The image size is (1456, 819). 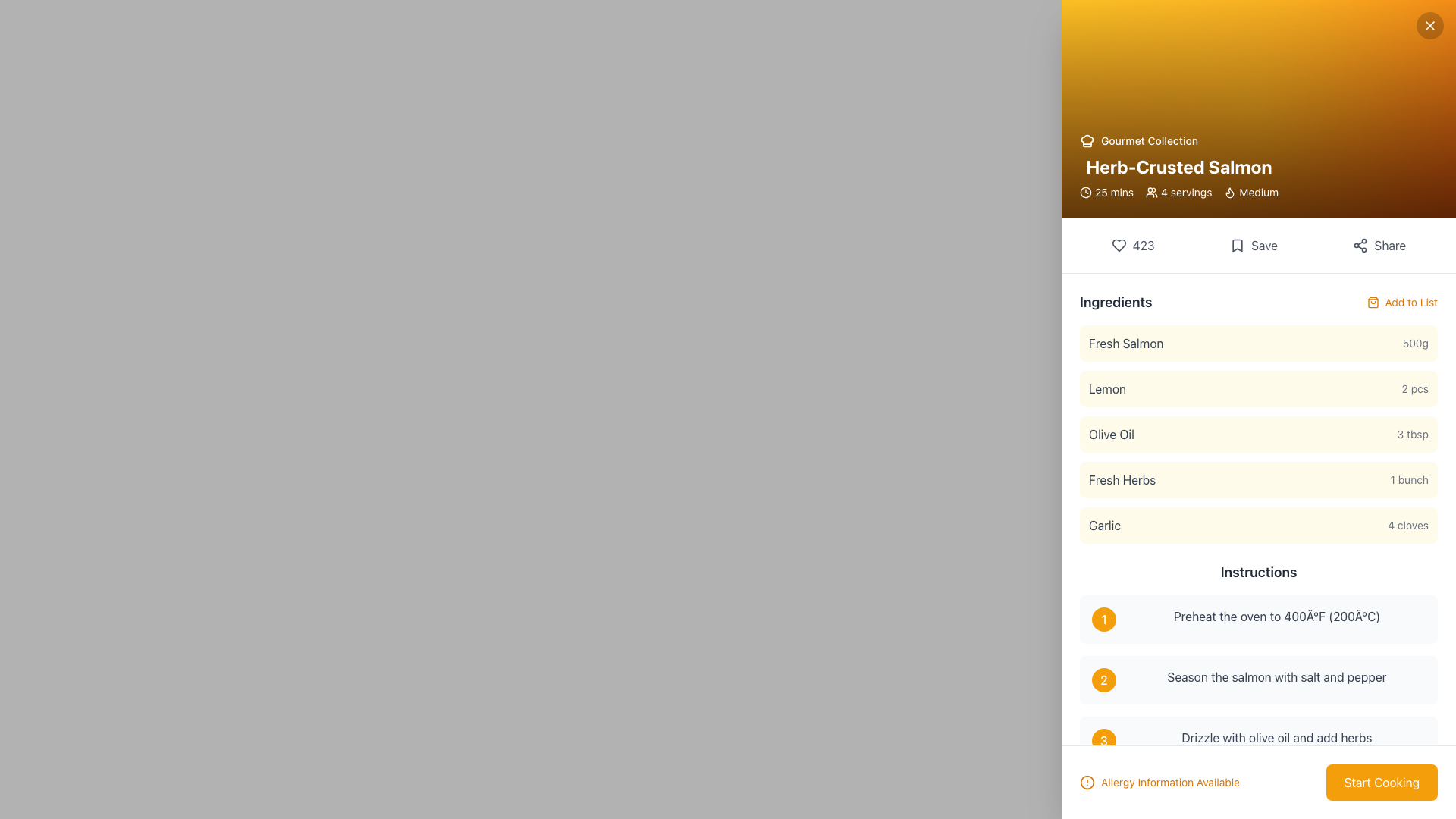 I want to click on the static text displaying the estimated cooking time for the recipe, which is located near the top-left section of the recipe details area, adjacent to a clock icon, so click(x=1114, y=192).